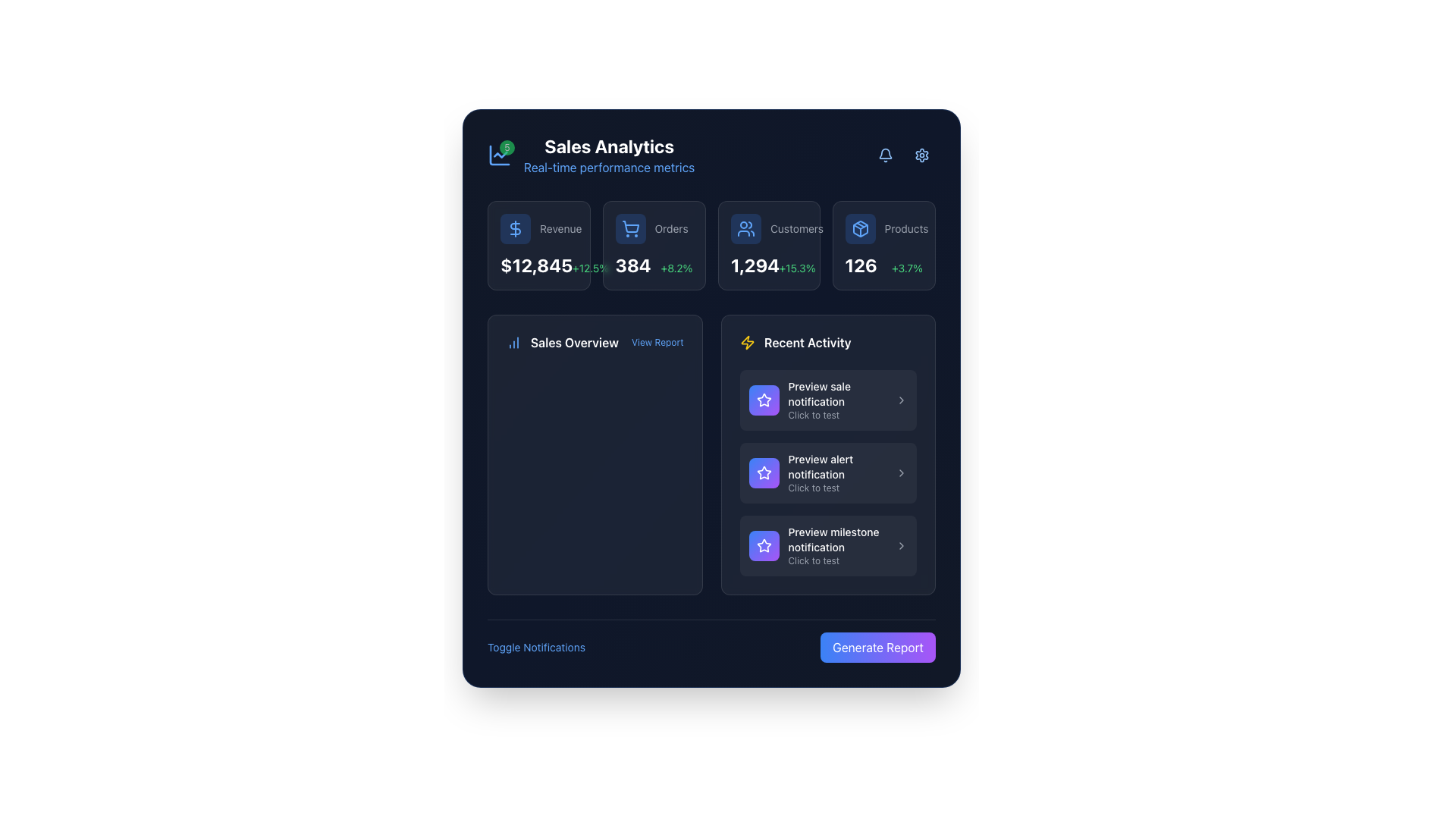 Image resolution: width=1456 pixels, height=819 pixels. What do you see at coordinates (536, 265) in the screenshot?
I see `numerical value displayed in the bold, large white text labeled '$12,845' on the Revenue card located on the dashboard` at bounding box center [536, 265].